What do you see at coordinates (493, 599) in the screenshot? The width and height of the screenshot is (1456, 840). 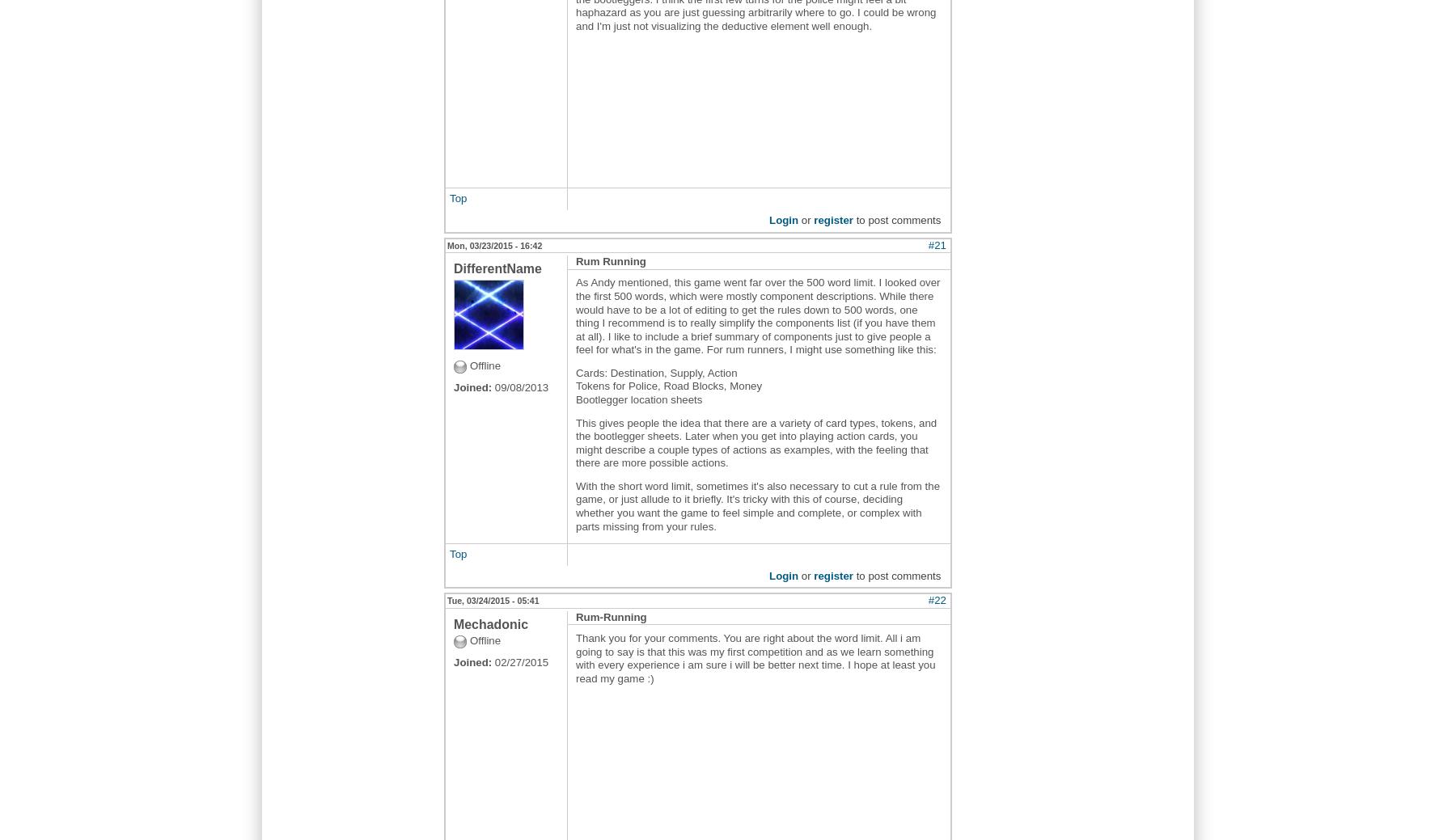 I see `'Tue, 03/24/2015 - 05:41'` at bounding box center [493, 599].